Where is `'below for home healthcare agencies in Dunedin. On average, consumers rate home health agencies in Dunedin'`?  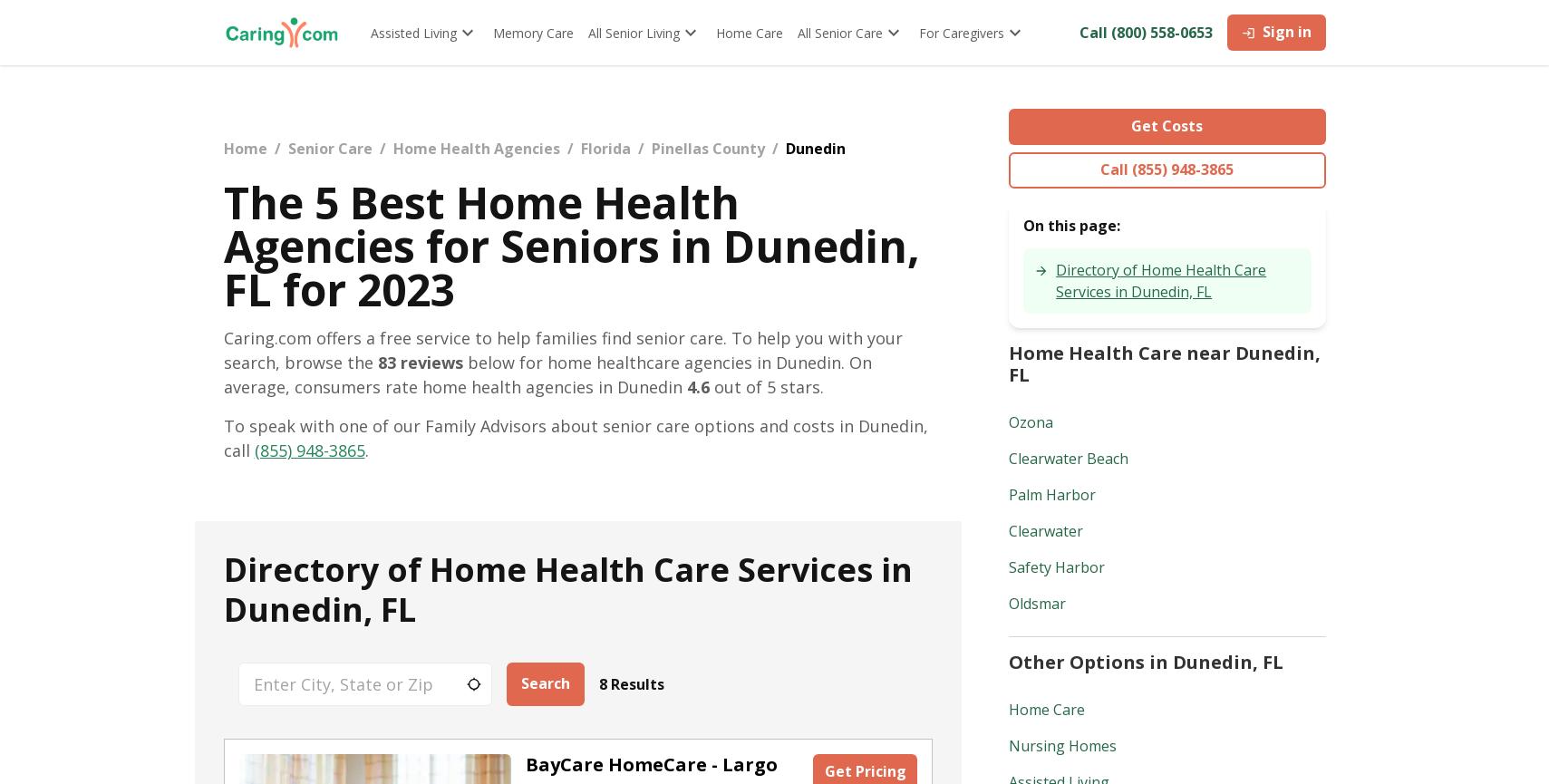
'below for home healthcare agencies in Dunedin. On average, consumers rate home health agencies in Dunedin' is located at coordinates (546, 374).